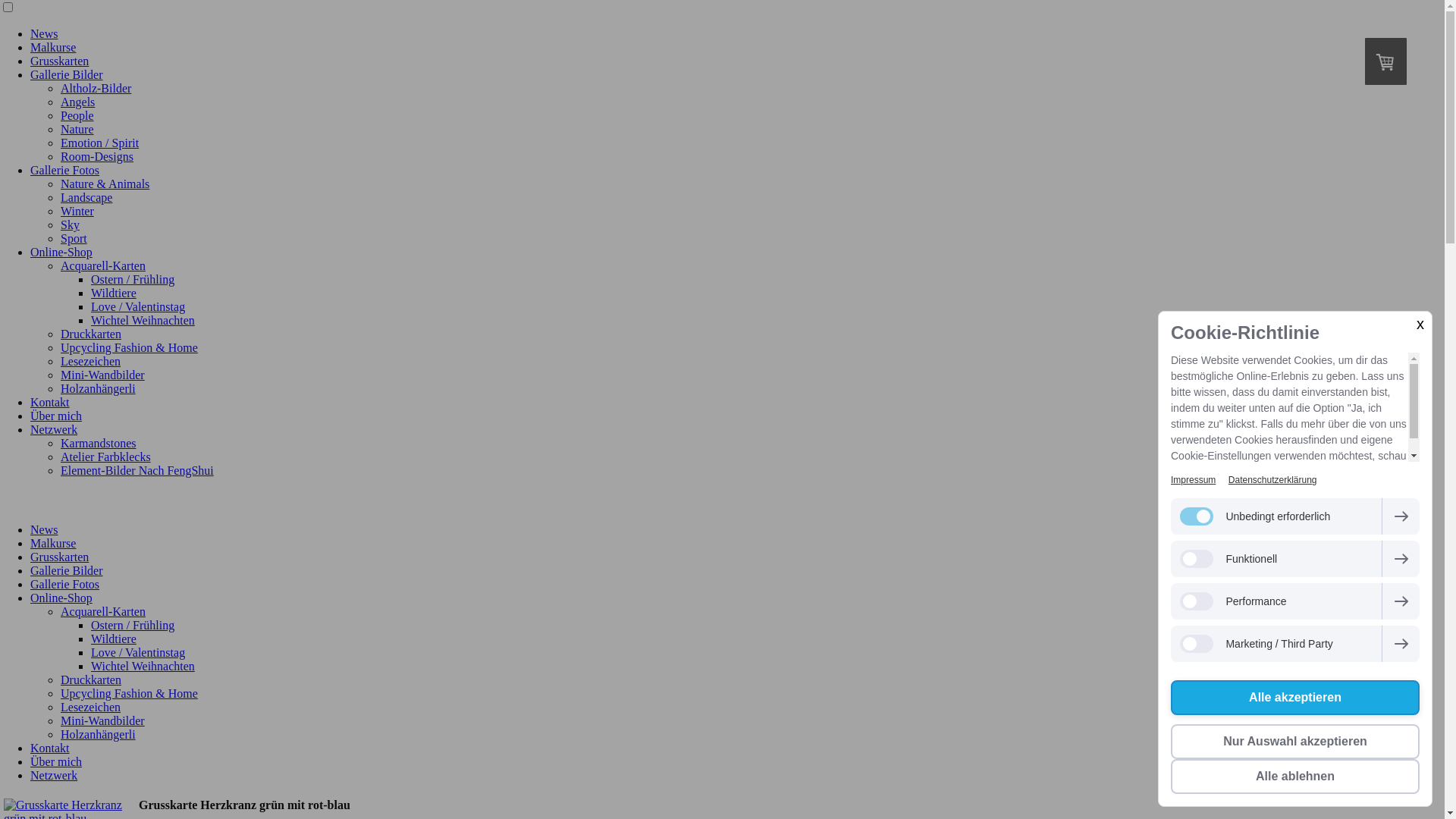 The image size is (1456, 819). What do you see at coordinates (89, 361) in the screenshot?
I see `'Lesezeichen'` at bounding box center [89, 361].